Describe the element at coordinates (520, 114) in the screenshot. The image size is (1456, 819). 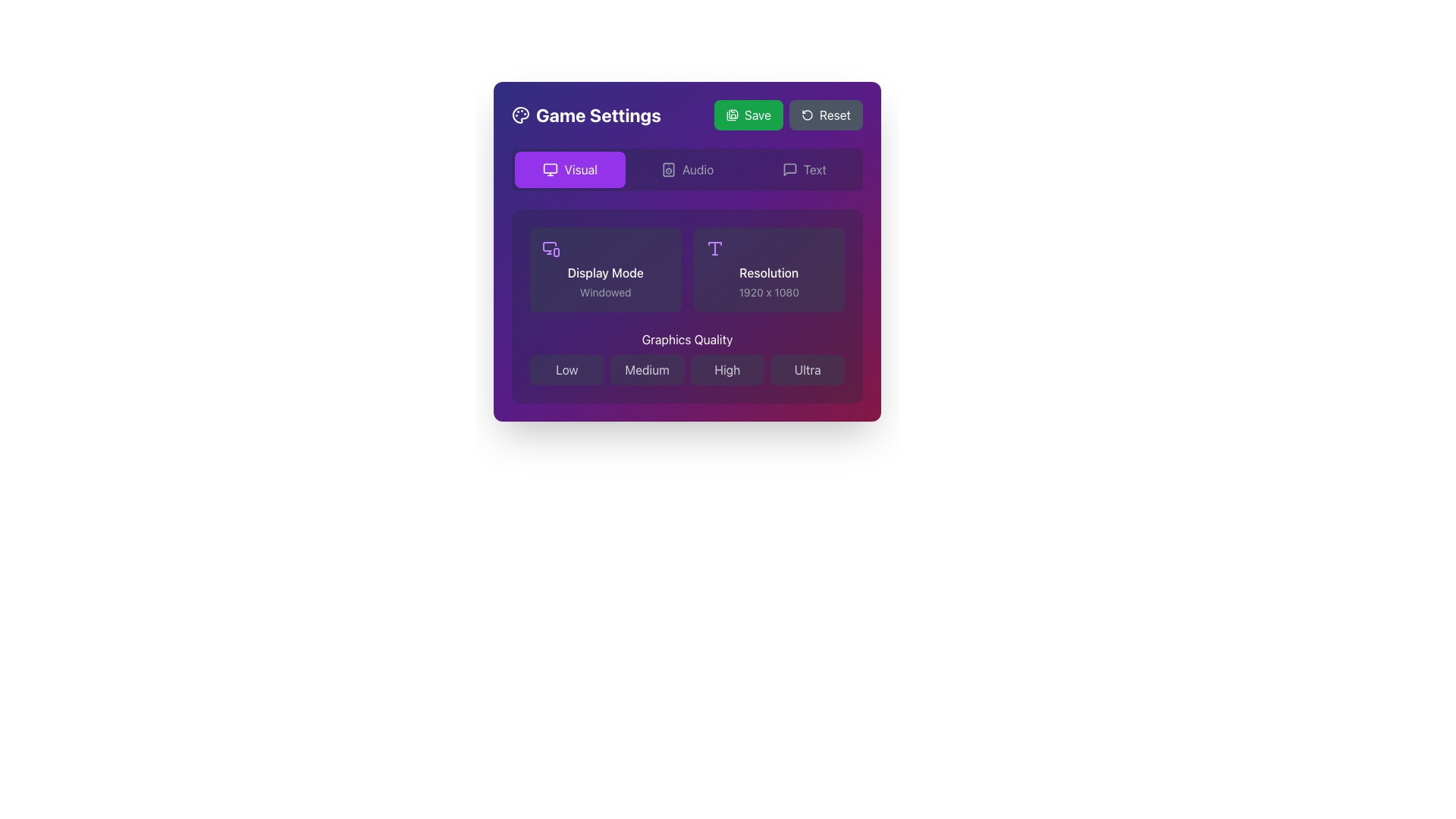
I see `the circular palette icon located in the top-left corner of the settings interface, adjacent to the 'Game Settings' text` at that location.